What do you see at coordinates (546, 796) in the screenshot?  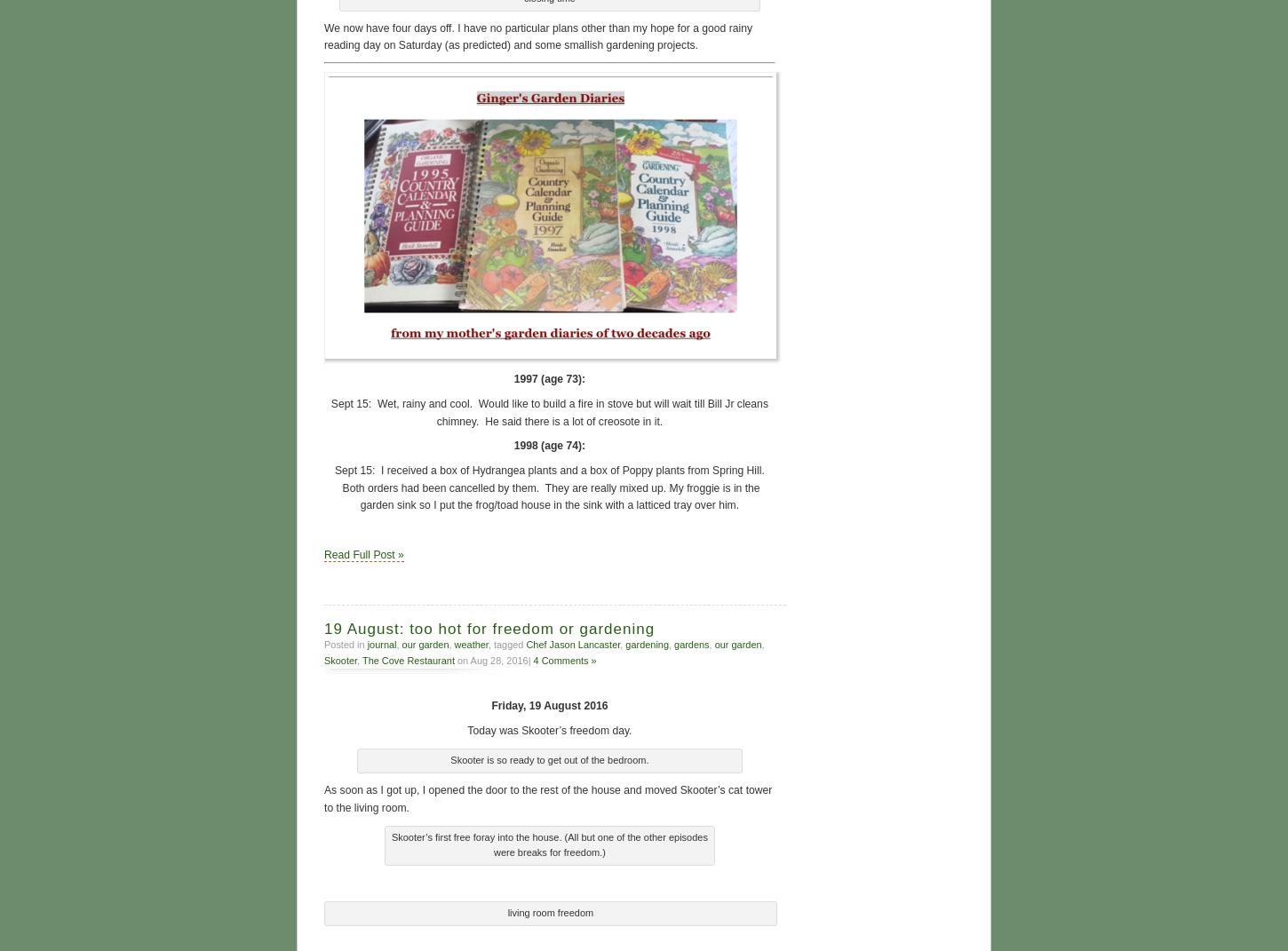 I see `'As soon as I got up, I opened the door to the rest of the house and moved Skooter’s cat tower to the living room.'` at bounding box center [546, 796].